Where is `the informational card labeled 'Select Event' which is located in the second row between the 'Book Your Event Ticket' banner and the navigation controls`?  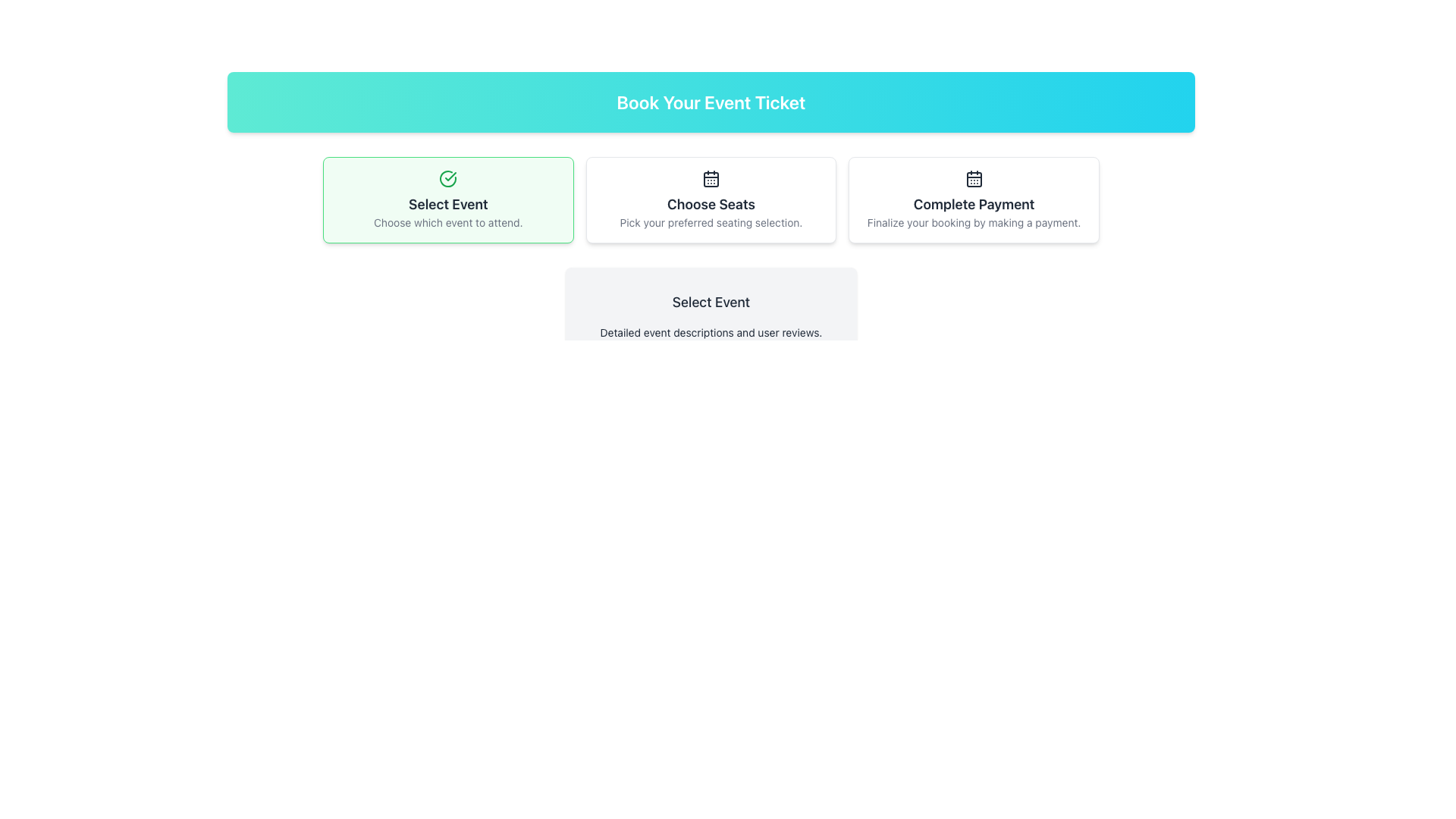 the informational card labeled 'Select Event' which is located in the second row between the 'Book Your Event Ticket' banner and the navigation controls is located at coordinates (710, 315).